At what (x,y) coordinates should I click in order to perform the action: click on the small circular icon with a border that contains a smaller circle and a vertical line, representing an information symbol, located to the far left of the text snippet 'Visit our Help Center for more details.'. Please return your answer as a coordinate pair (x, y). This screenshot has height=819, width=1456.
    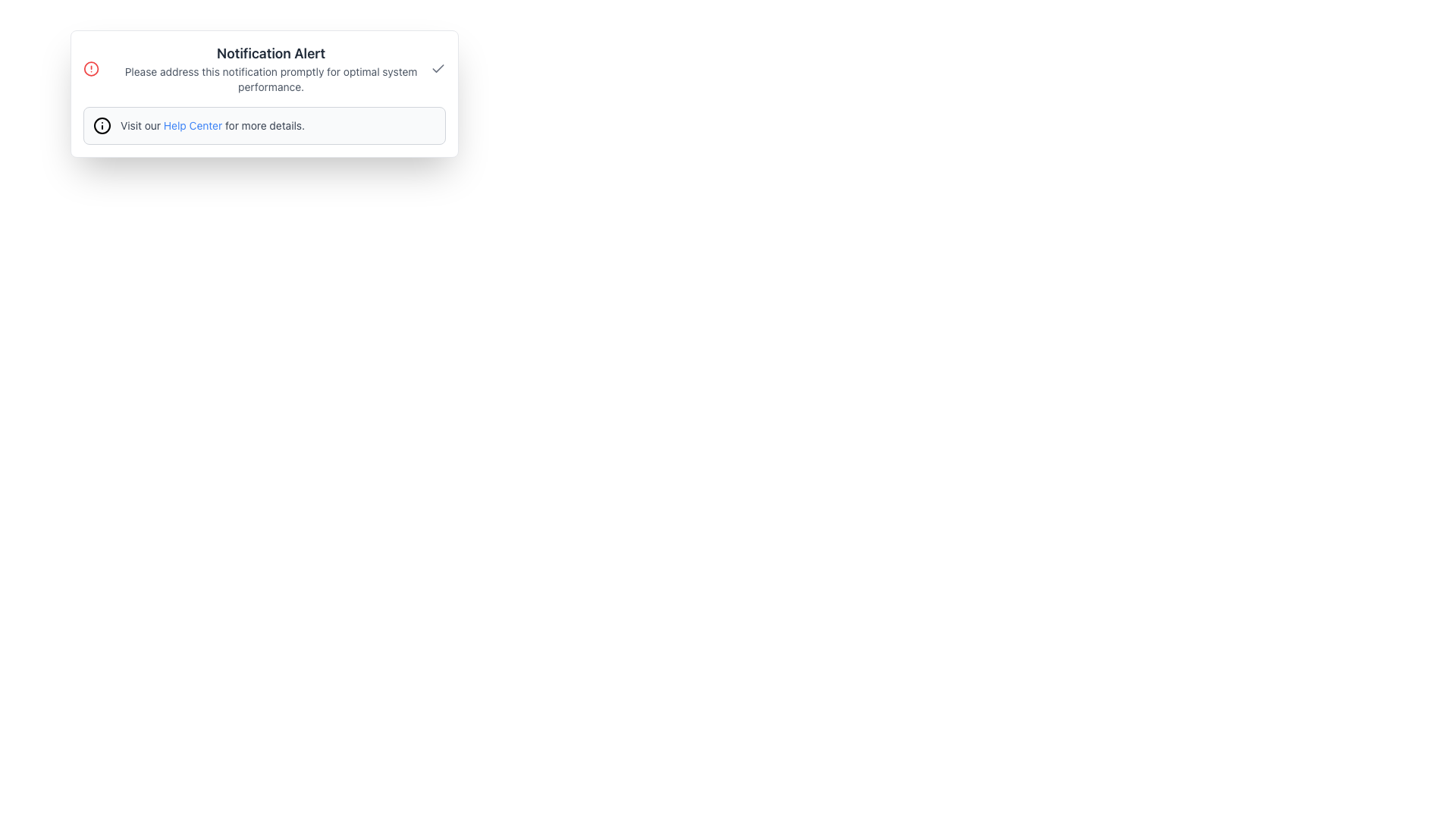
    Looking at the image, I should click on (101, 124).